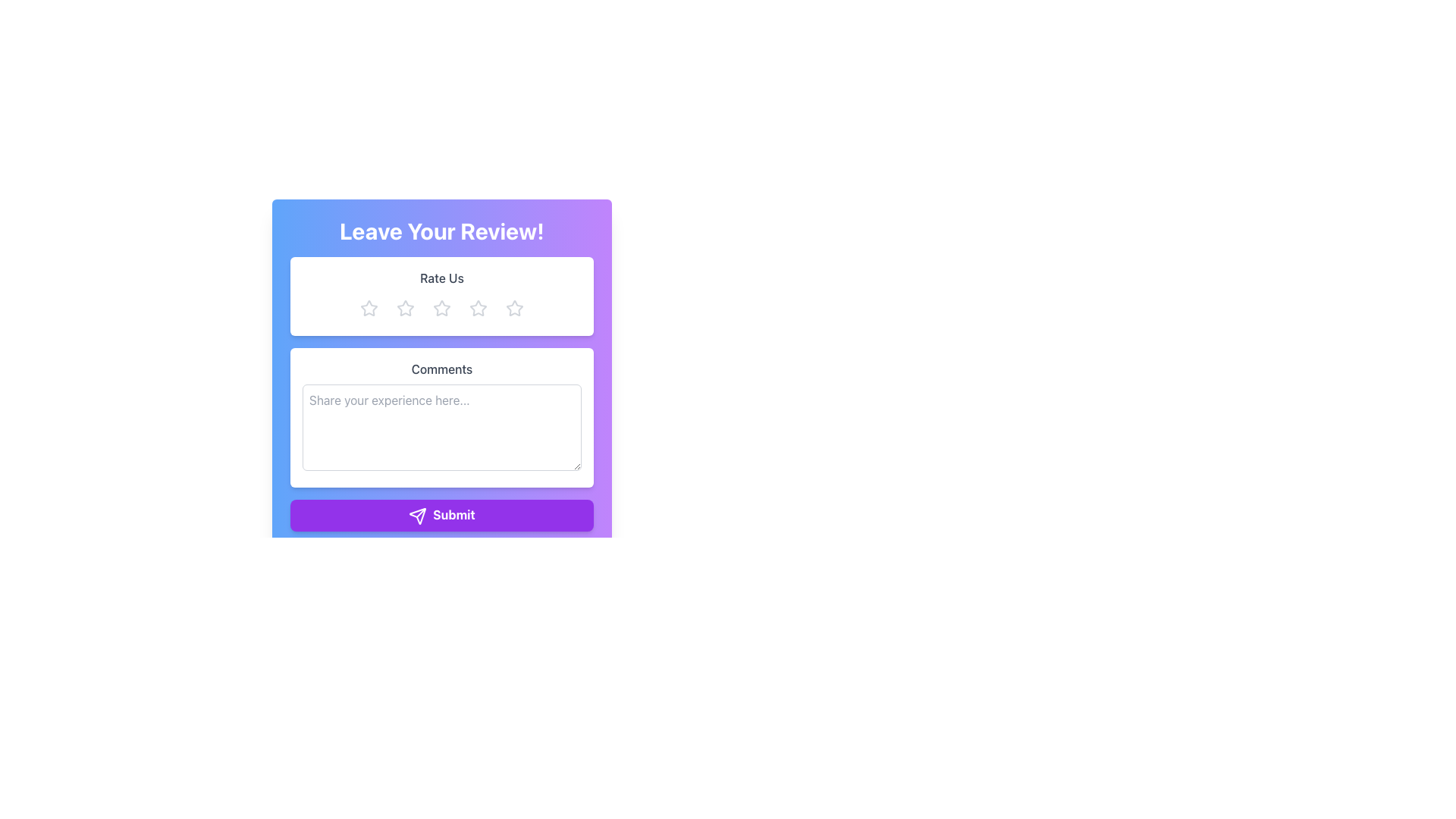 The image size is (1456, 819). I want to click on the 'Comments' text label, which is centrally located at the top of the comment input section, styled in gray with medium-sized bold font, so click(441, 369).